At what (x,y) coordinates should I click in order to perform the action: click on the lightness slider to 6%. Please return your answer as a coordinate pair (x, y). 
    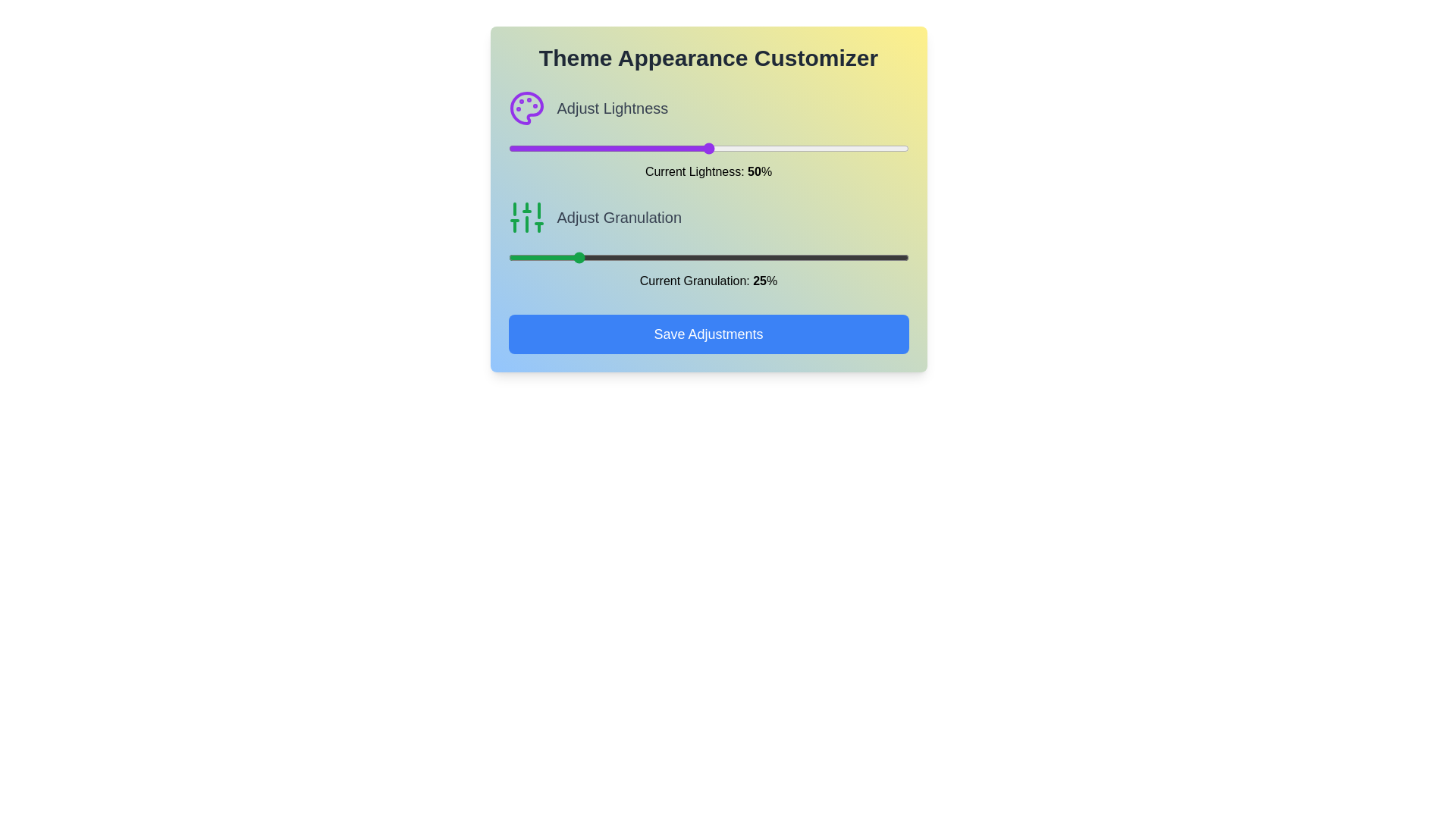
    Looking at the image, I should click on (532, 149).